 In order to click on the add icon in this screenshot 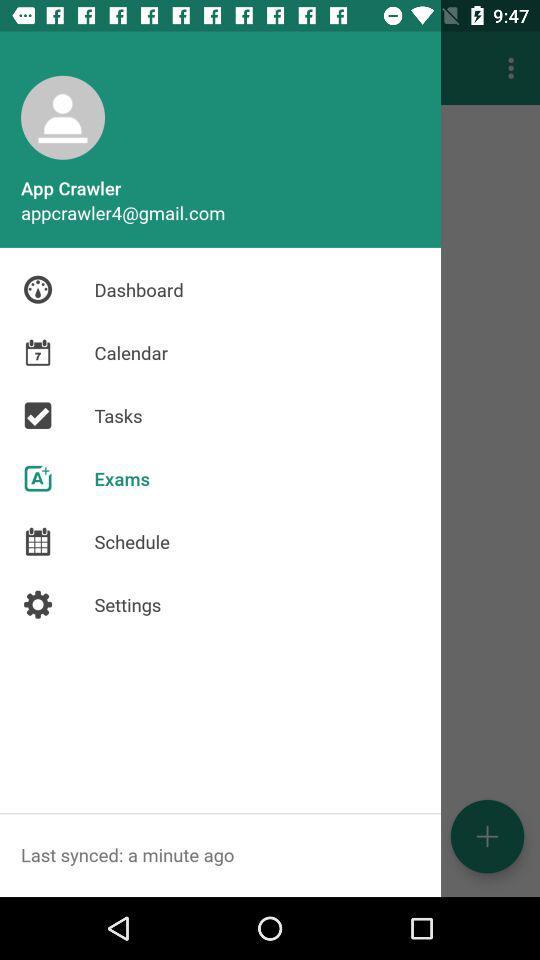, I will do `click(486, 836)`.